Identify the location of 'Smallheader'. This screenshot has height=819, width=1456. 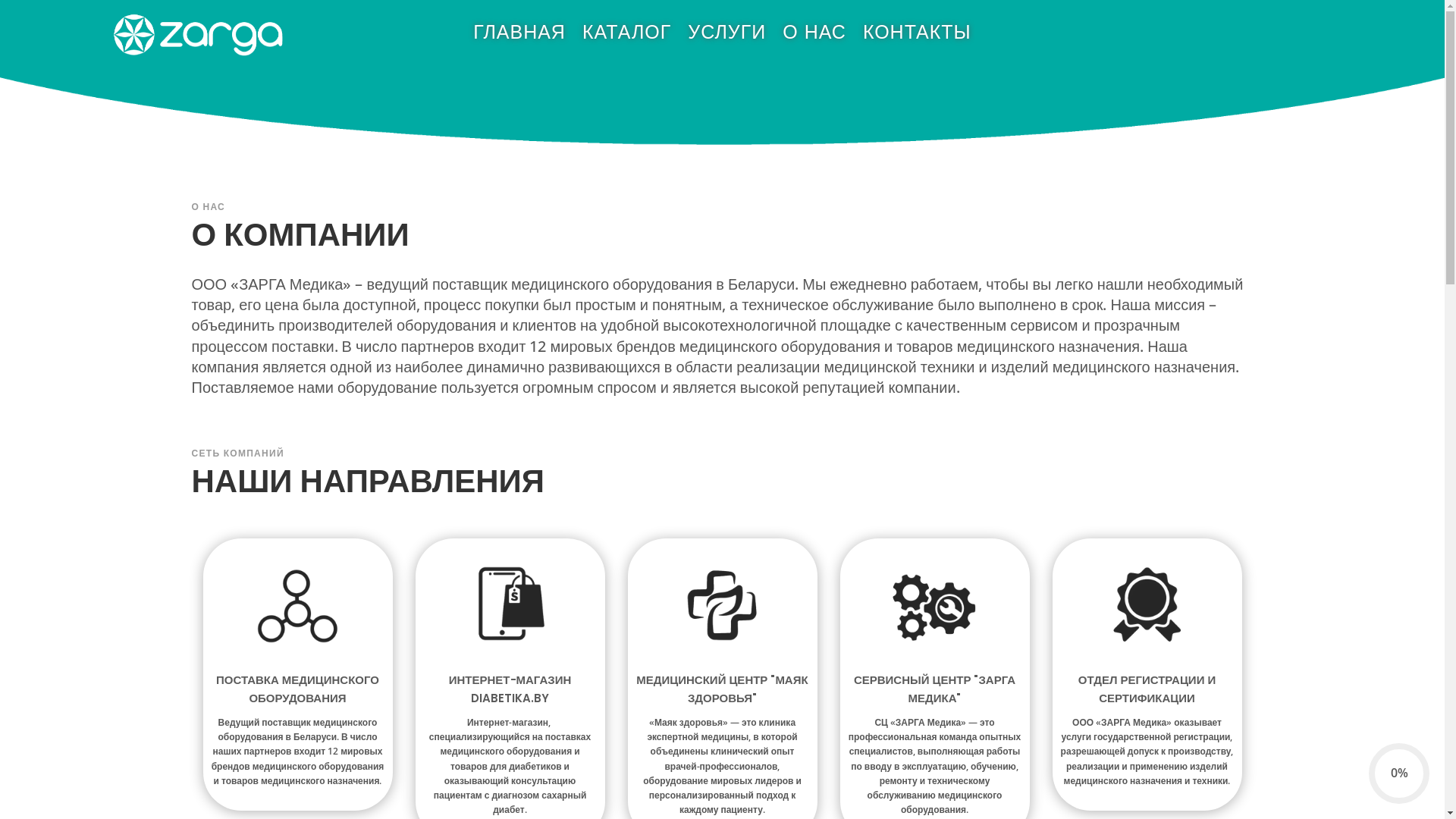
(721, 106).